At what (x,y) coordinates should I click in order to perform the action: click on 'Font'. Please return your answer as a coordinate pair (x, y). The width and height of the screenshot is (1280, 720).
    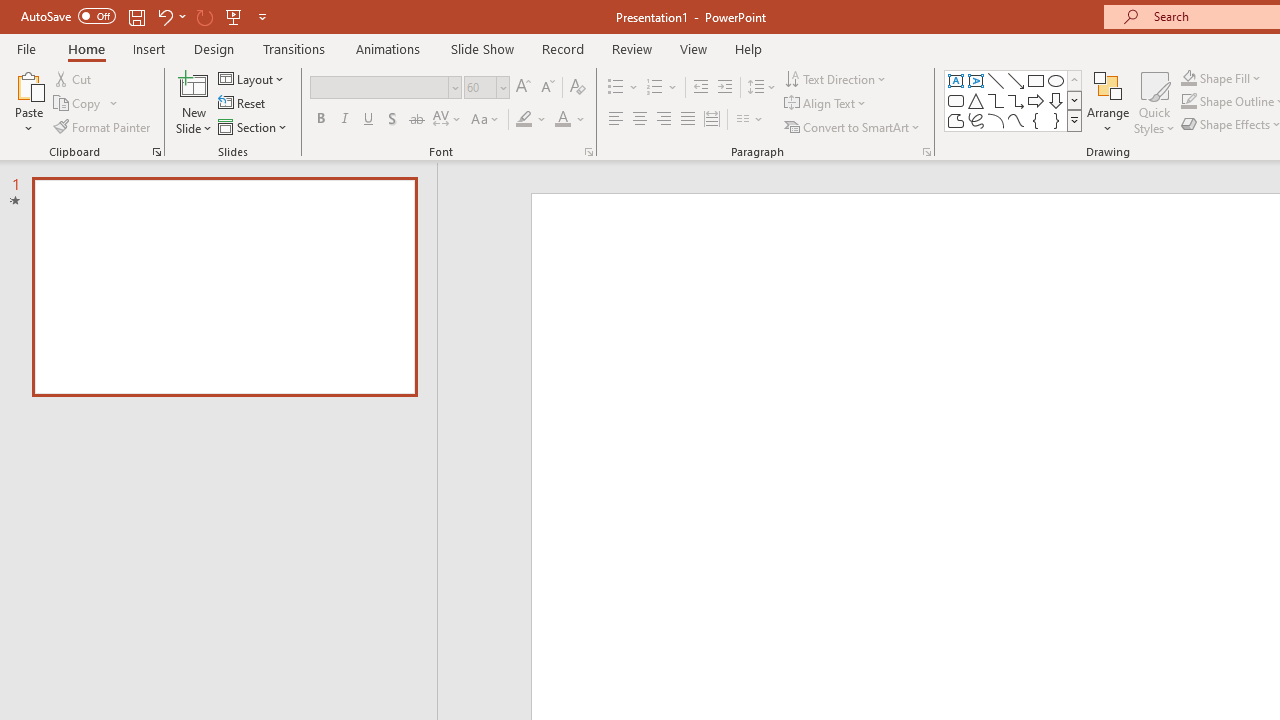
    Looking at the image, I should click on (379, 86).